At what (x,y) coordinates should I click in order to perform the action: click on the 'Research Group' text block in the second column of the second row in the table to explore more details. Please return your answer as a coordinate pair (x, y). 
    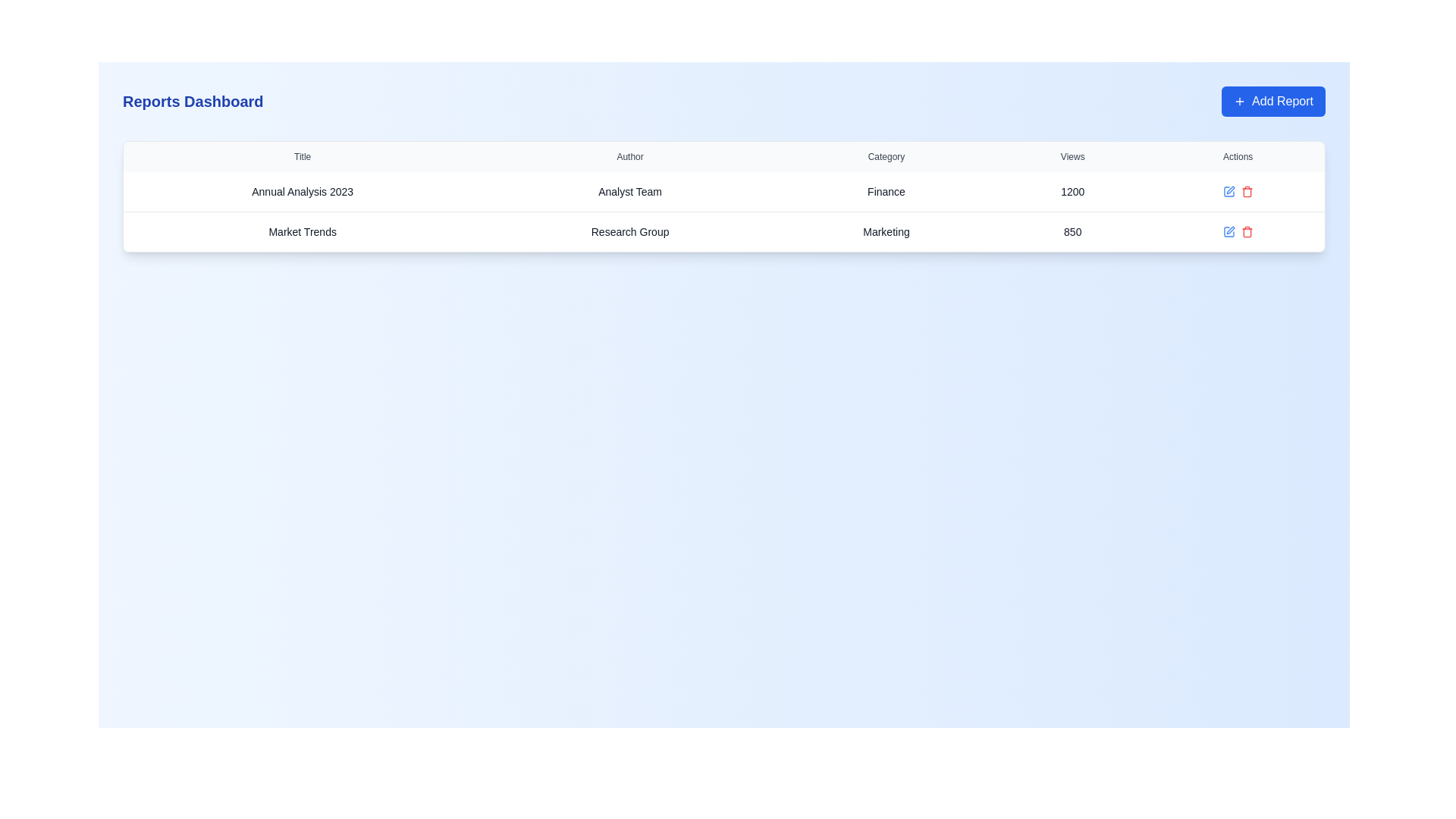
    Looking at the image, I should click on (630, 231).